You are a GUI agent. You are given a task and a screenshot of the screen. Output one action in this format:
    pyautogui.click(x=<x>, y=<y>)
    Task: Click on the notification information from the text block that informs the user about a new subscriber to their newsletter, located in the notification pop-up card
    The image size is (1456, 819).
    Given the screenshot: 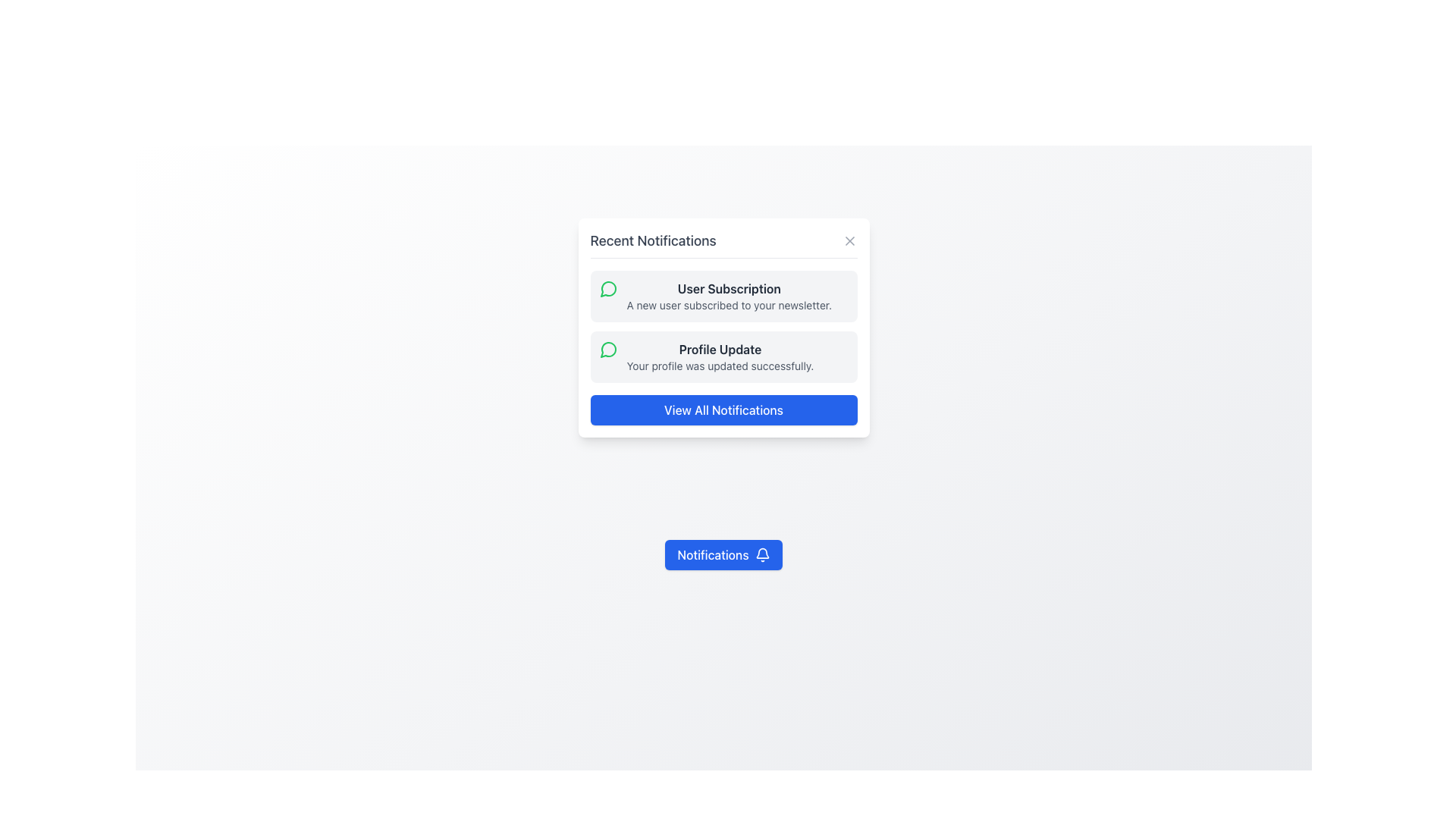 What is the action you would take?
    pyautogui.click(x=729, y=296)
    